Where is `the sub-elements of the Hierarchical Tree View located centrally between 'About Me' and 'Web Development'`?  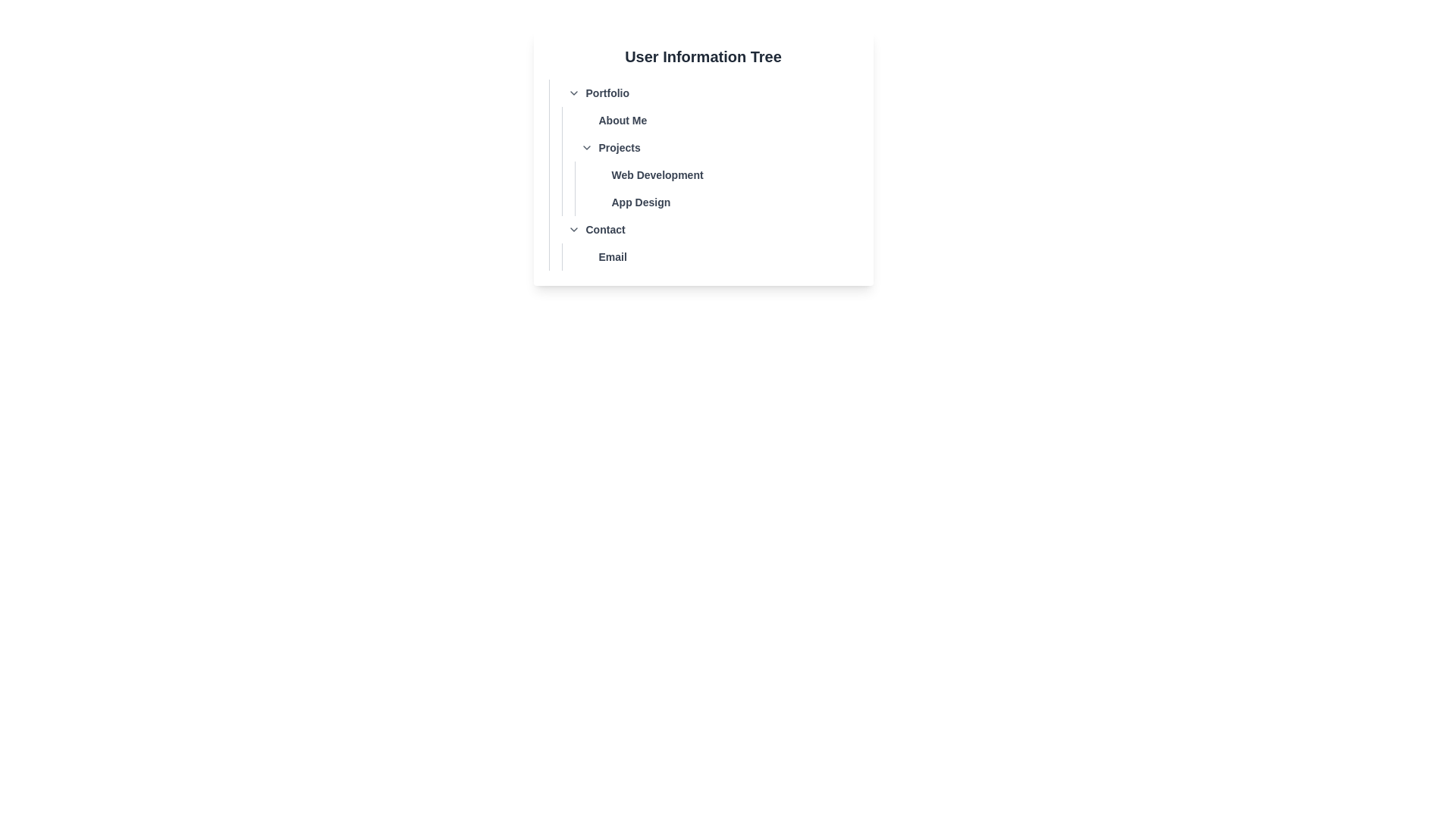 the sub-elements of the Hierarchical Tree View located centrally between 'About Me' and 'Web Development' is located at coordinates (702, 158).